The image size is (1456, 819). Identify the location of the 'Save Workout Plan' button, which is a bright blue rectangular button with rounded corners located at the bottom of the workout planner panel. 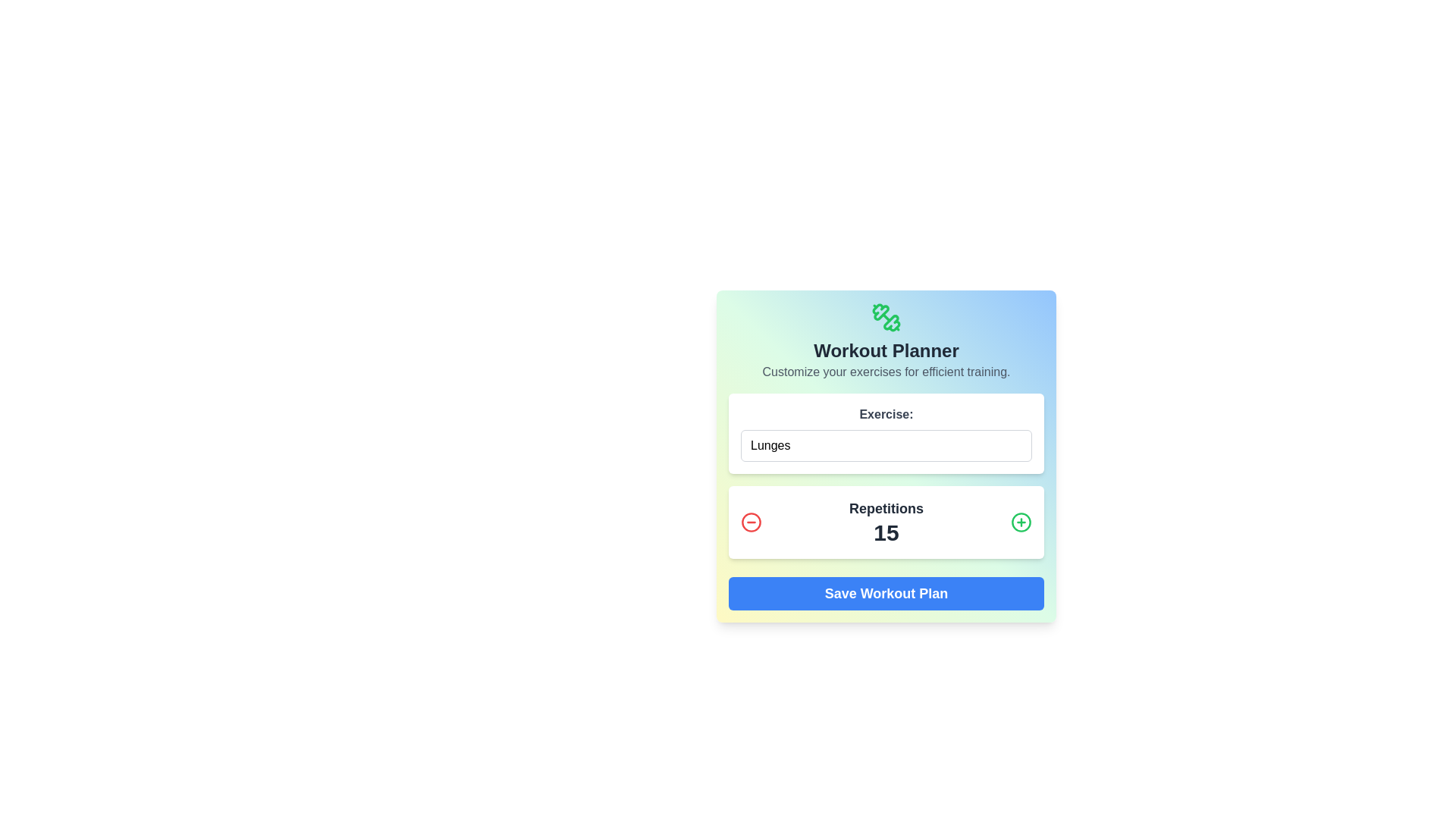
(886, 593).